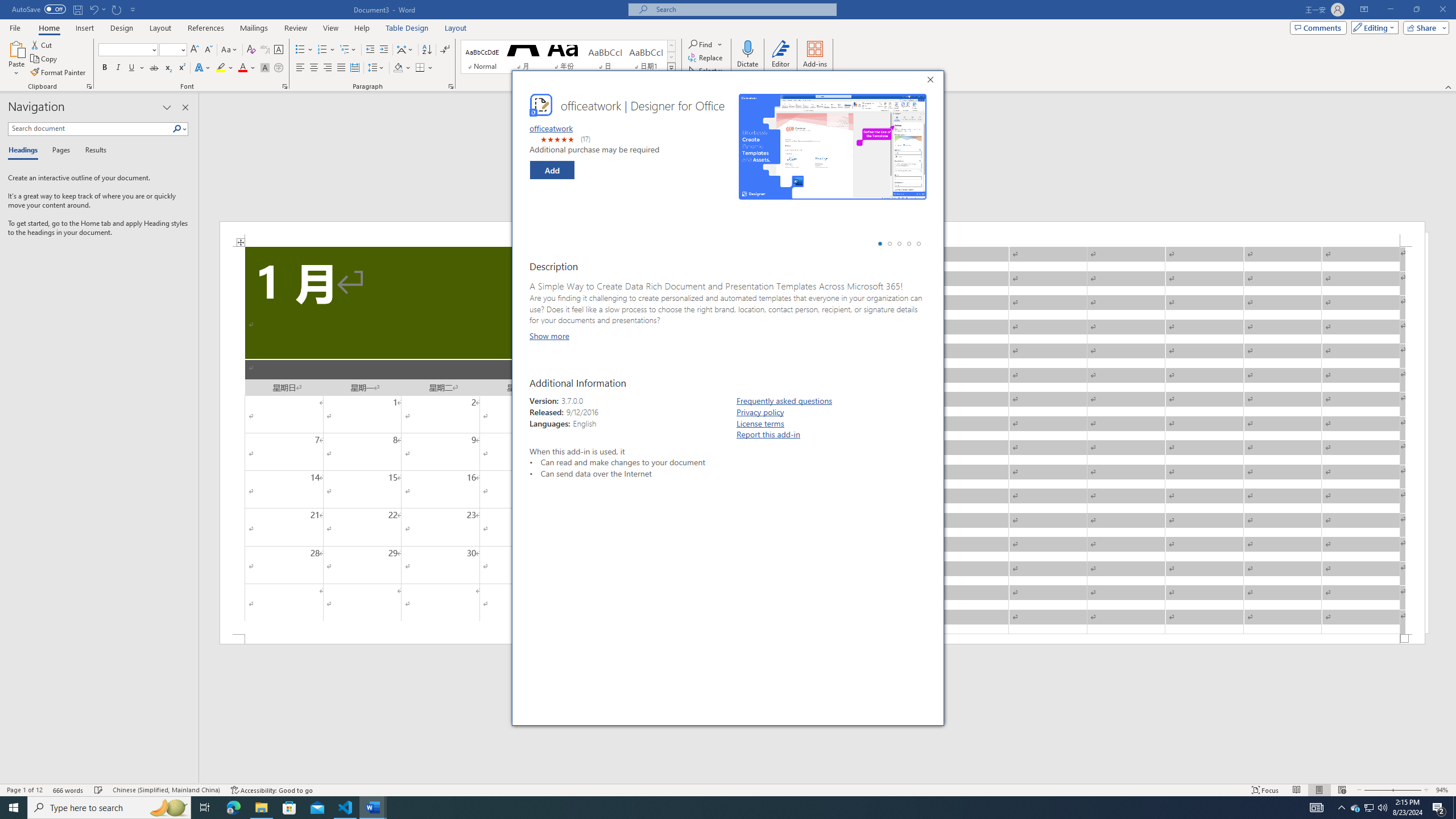 The image size is (1456, 819). I want to click on 'Go to screenshot 4', so click(908, 243).